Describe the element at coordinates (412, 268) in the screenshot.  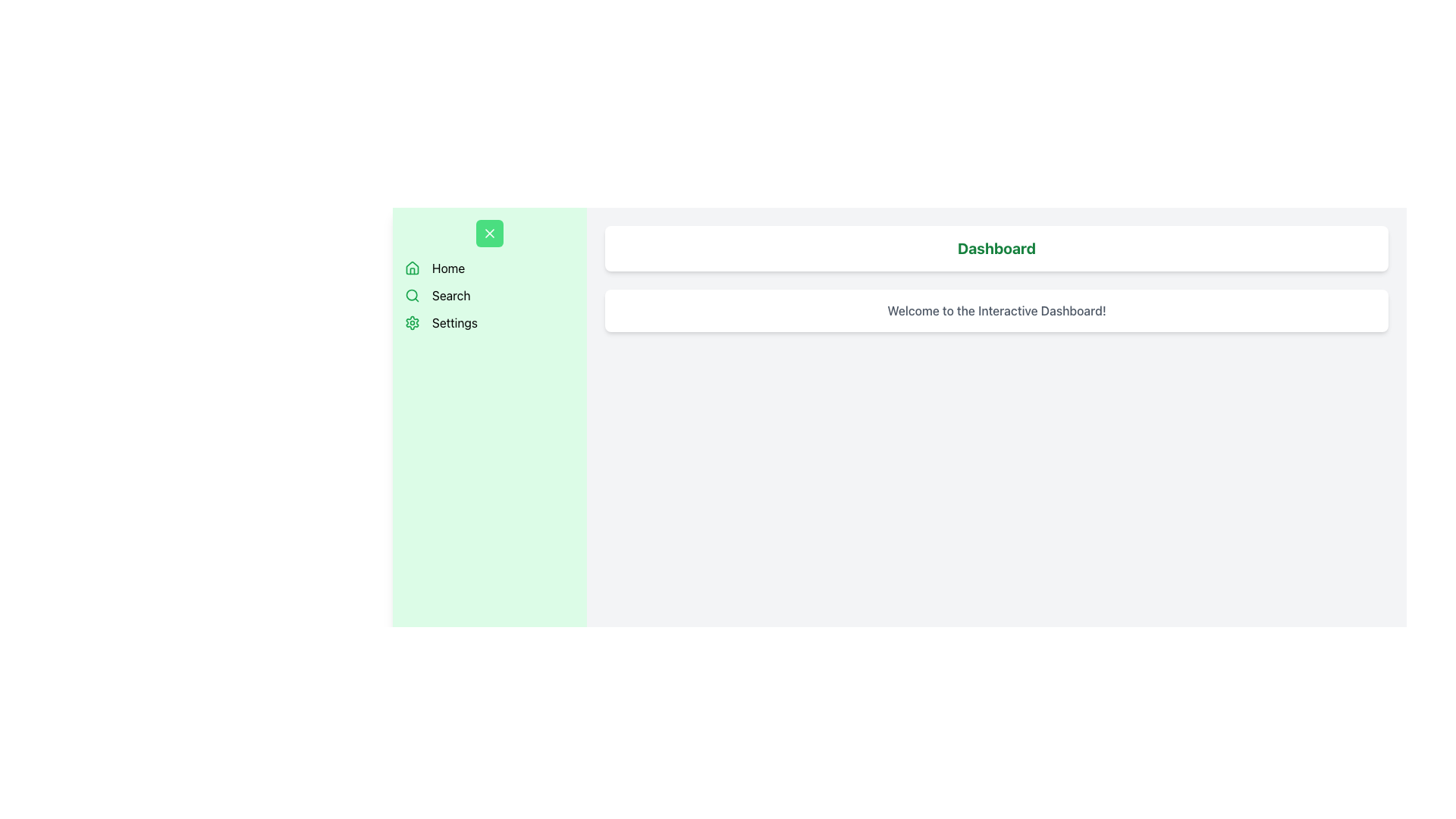
I see `the green house icon located in the top-left section of the interface, next to the 'Home' label` at that location.